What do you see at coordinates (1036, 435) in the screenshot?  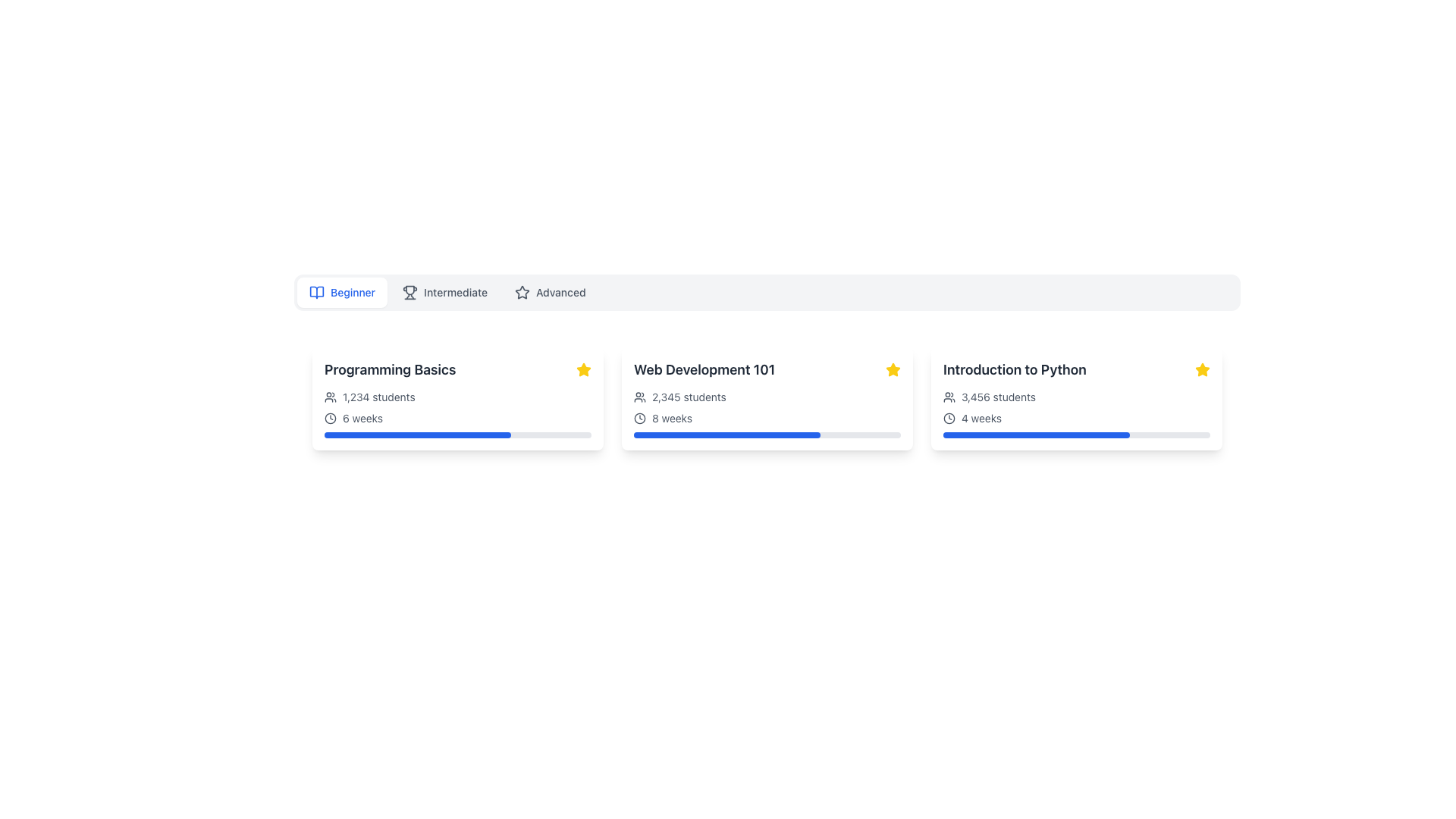 I see `the progress visually on the progress bar located within the 'Introduction to Python' module card, beneath the course duration and number of students` at bounding box center [1036, 435].